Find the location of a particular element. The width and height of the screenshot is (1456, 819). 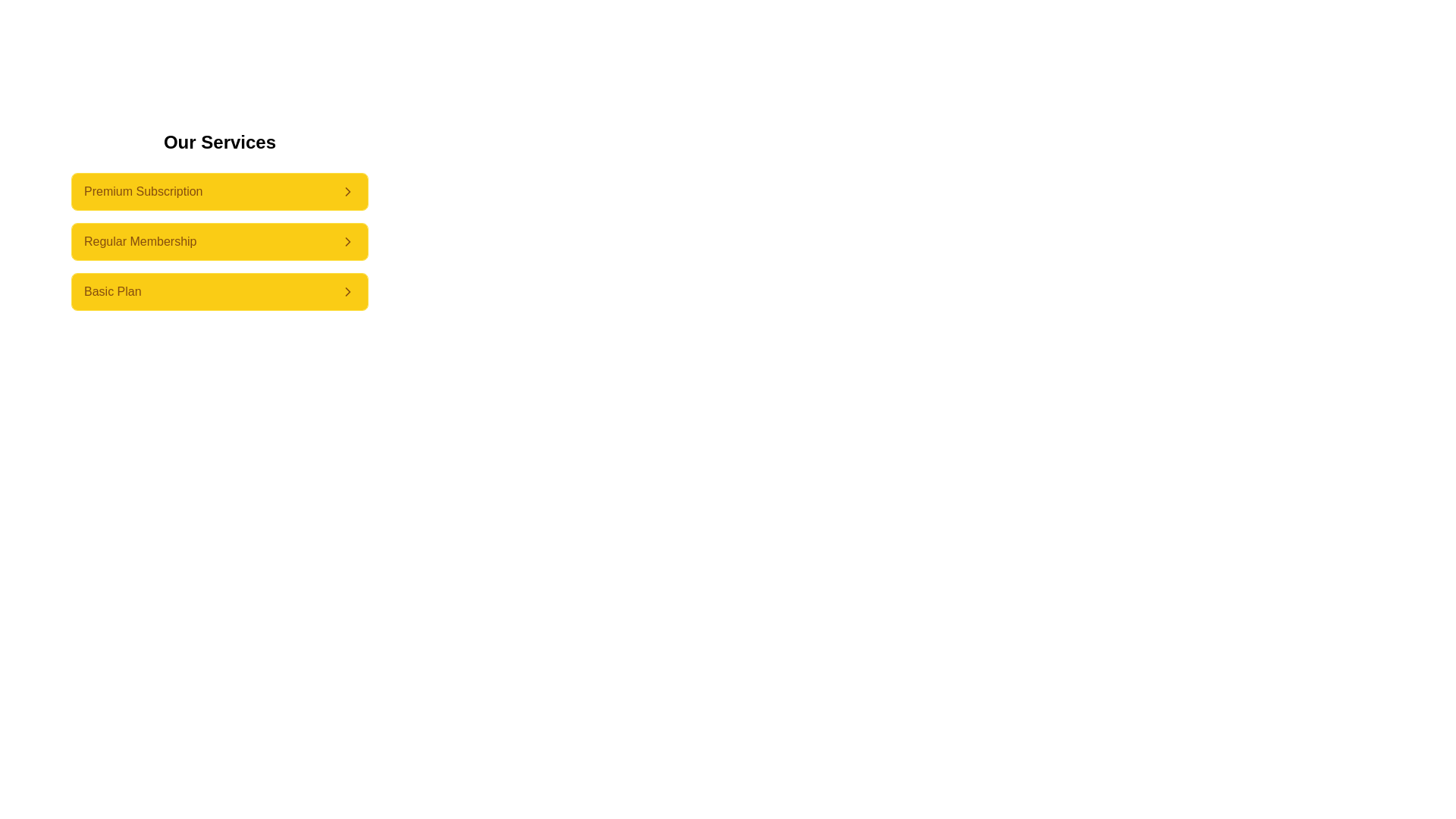

the 'Regular Membership' button, which is the second button in a vertical stack of three buttons is located at coordinates (218, 241).